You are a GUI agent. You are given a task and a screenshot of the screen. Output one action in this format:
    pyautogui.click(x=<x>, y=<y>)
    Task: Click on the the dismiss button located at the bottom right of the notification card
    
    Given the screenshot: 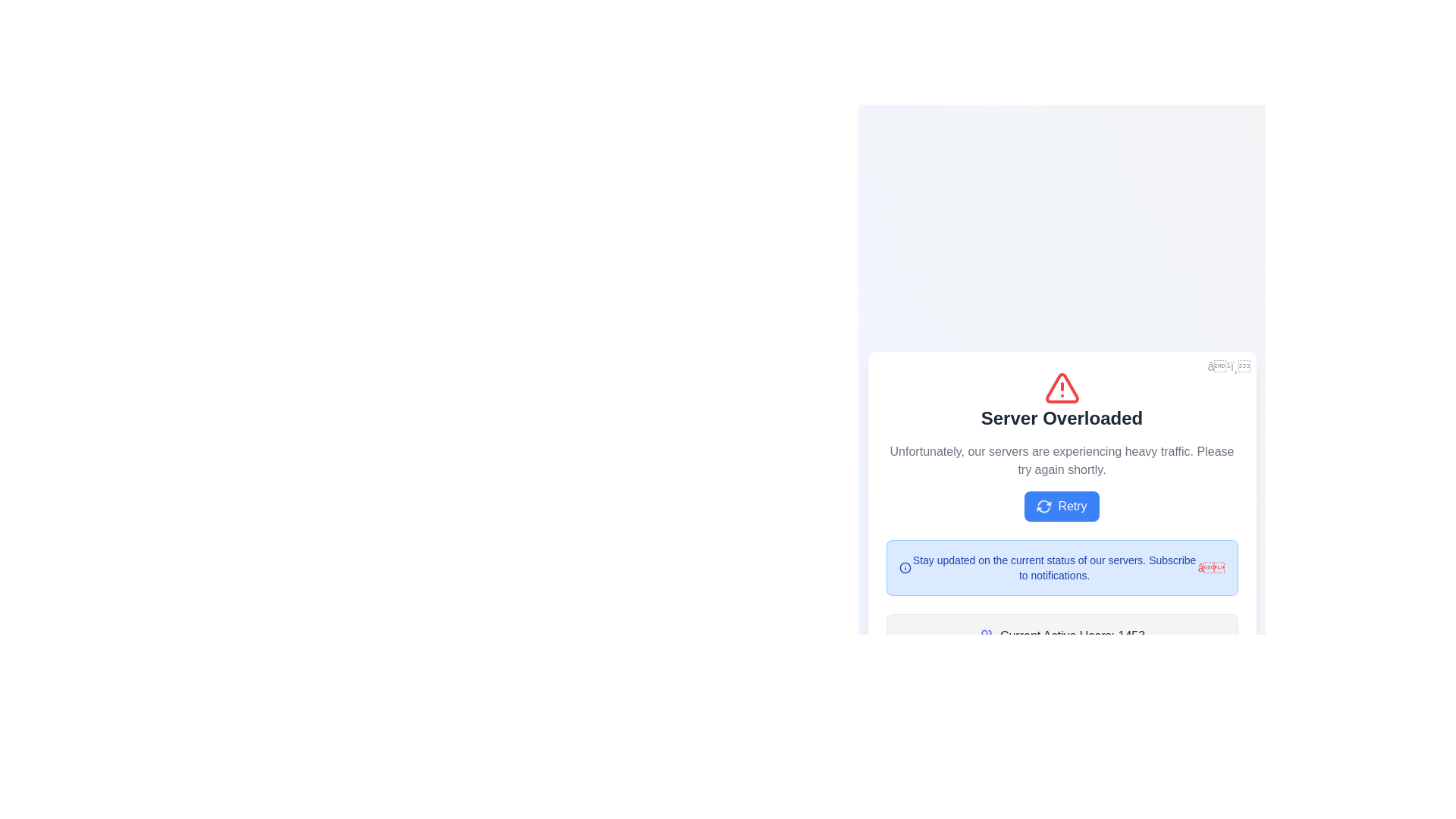 What is the action you would take?
    pyautogui.click(x=1210, y=567)
    